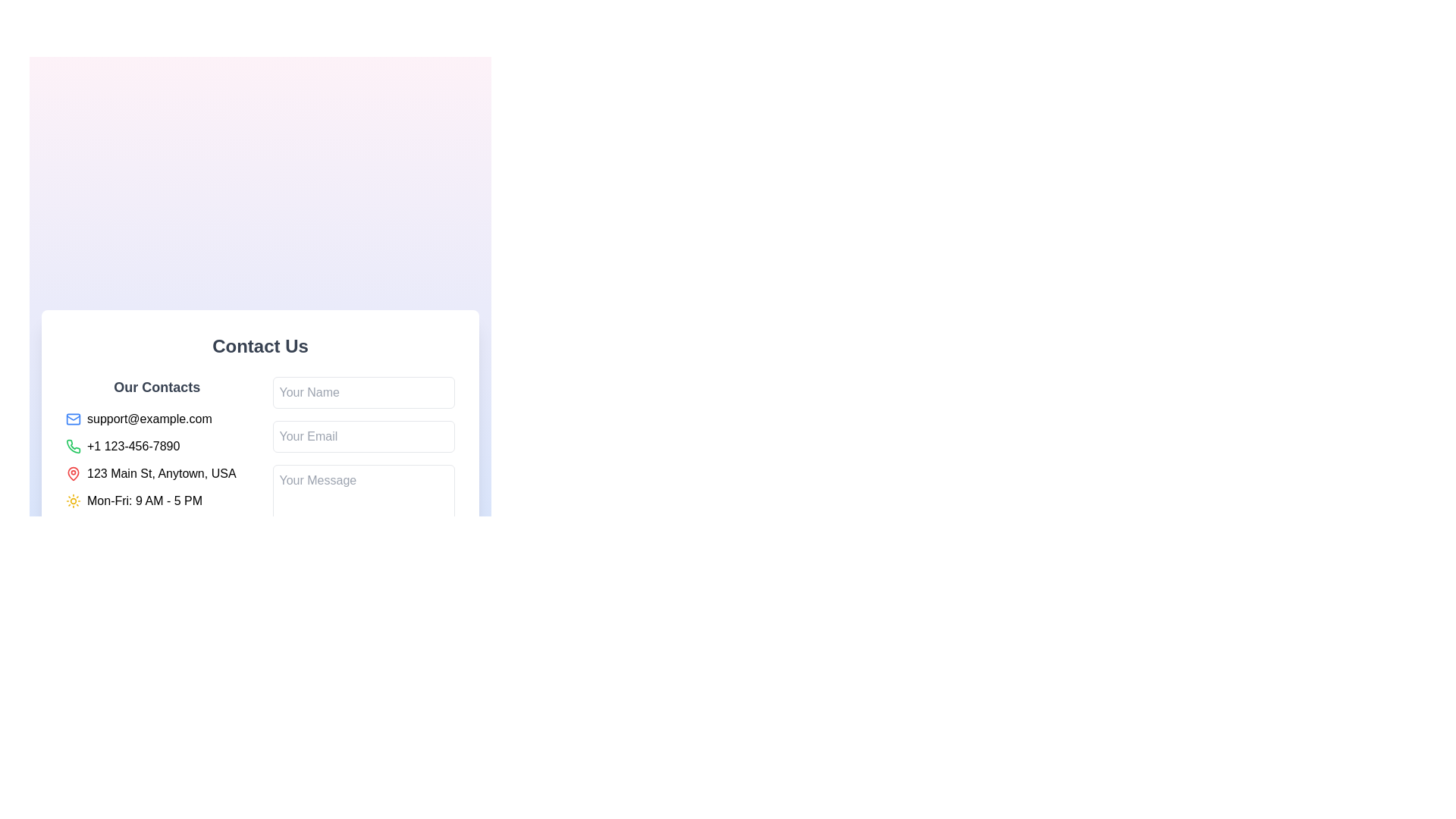  What do you see at coordinates (157, 459) in the screenshot?
I see `the interactive links (email or phone number) within the multi-line textual block in the 'Our Contacts' section, located under the header 'Our Contacts'` at bounding box center [157, 459].